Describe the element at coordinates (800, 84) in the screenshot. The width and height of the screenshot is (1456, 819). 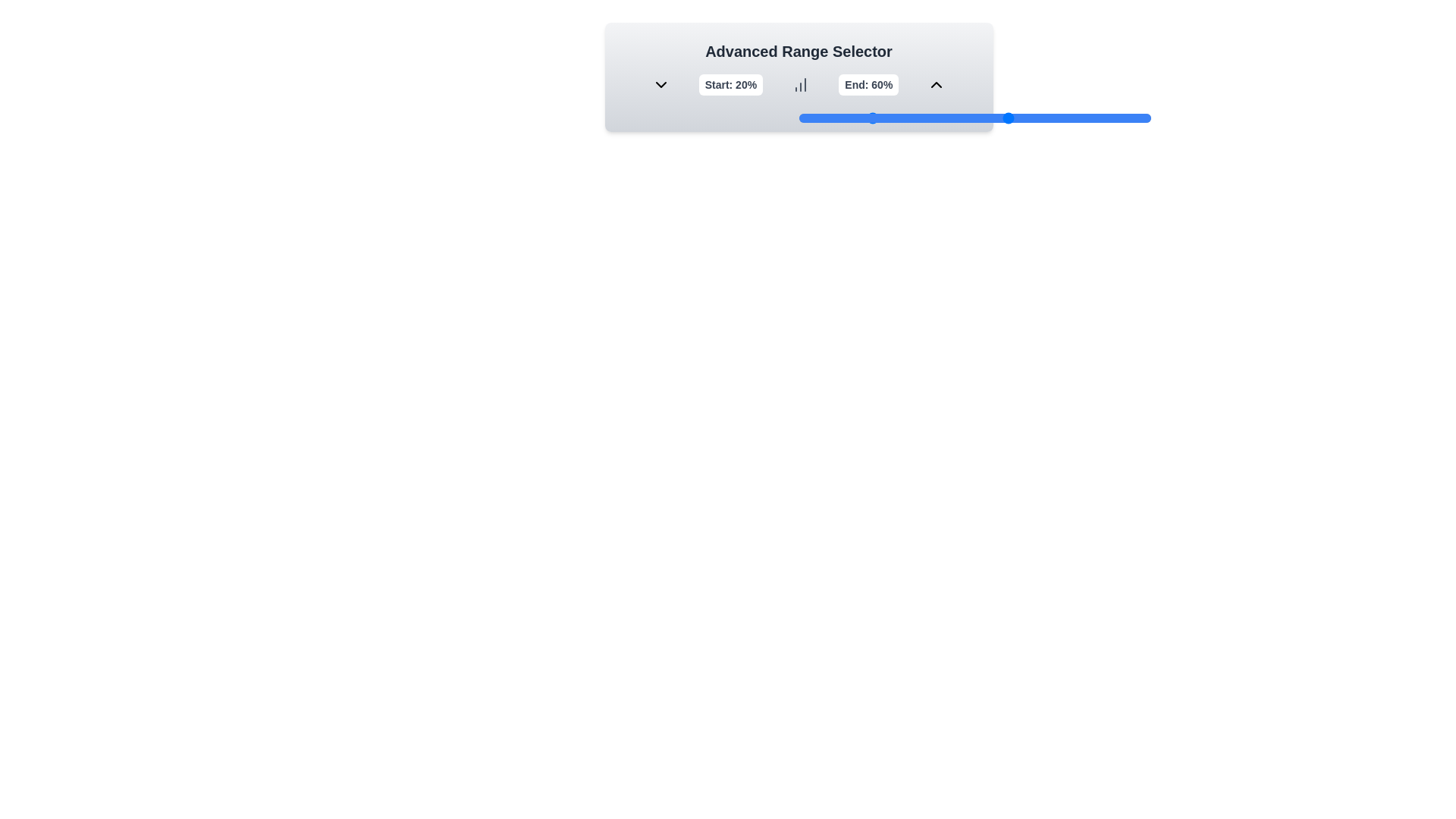
I see `the BarChart icon to observe it` at that location.